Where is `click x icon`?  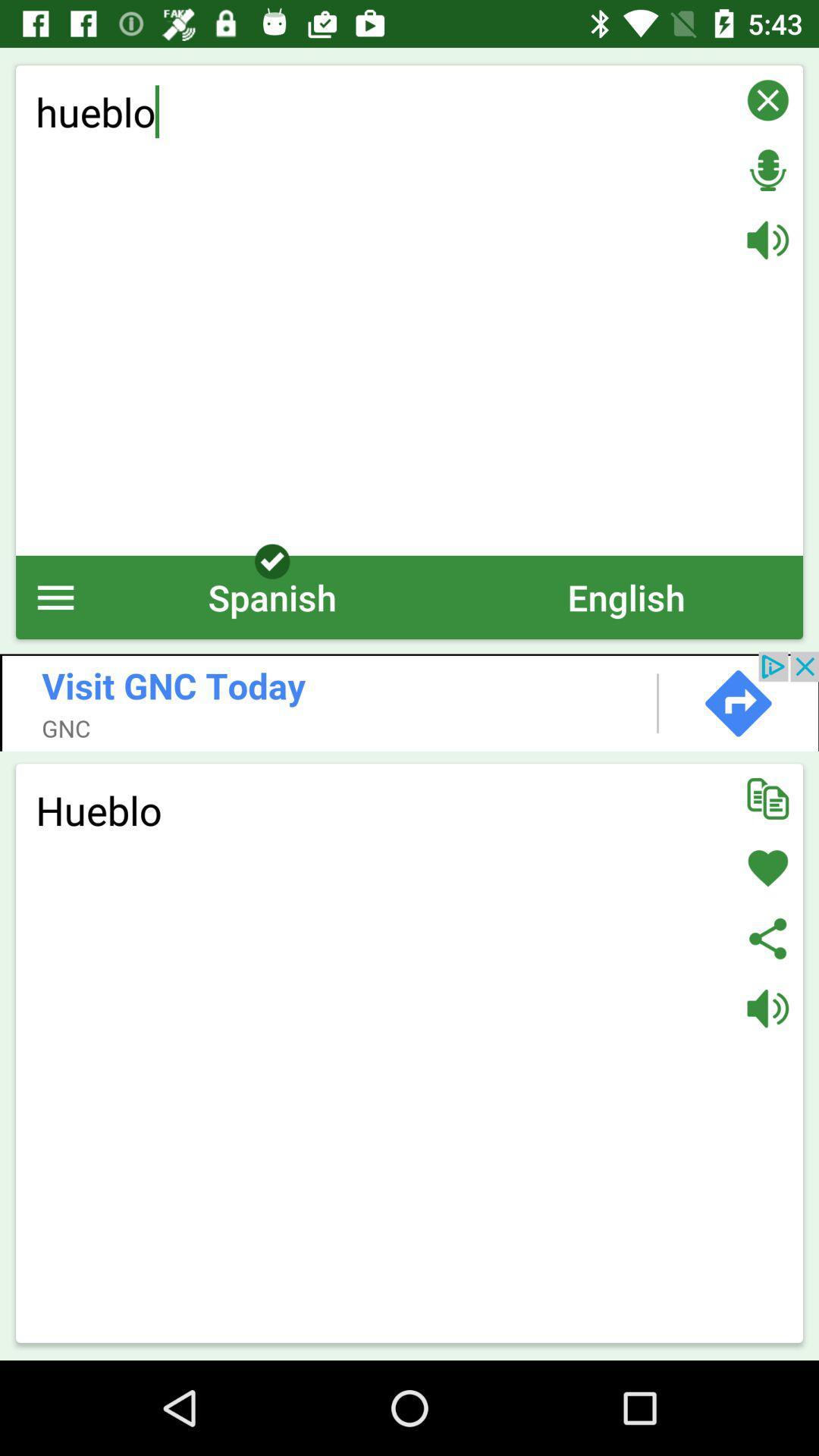
click x icon is located at coordinates (767, 99).